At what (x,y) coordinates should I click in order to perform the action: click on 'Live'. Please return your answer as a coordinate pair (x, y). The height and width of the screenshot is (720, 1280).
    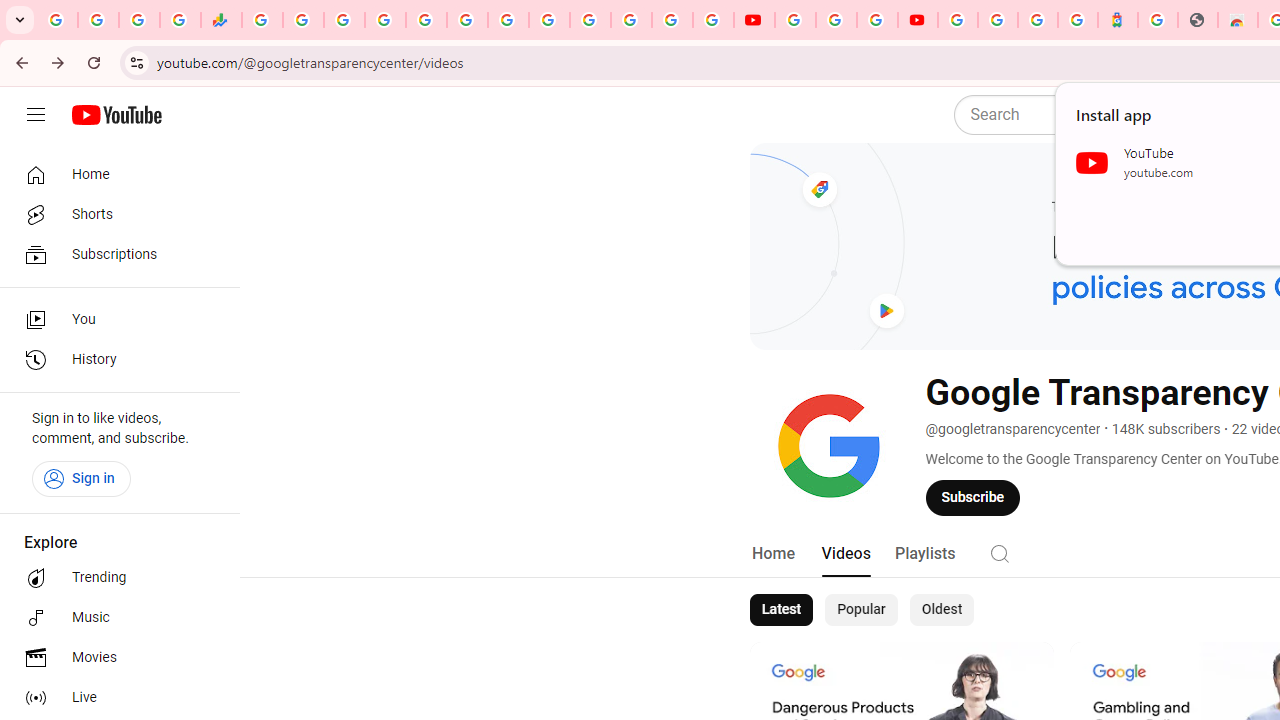
    Looking at the image, I should click on (112, 697).